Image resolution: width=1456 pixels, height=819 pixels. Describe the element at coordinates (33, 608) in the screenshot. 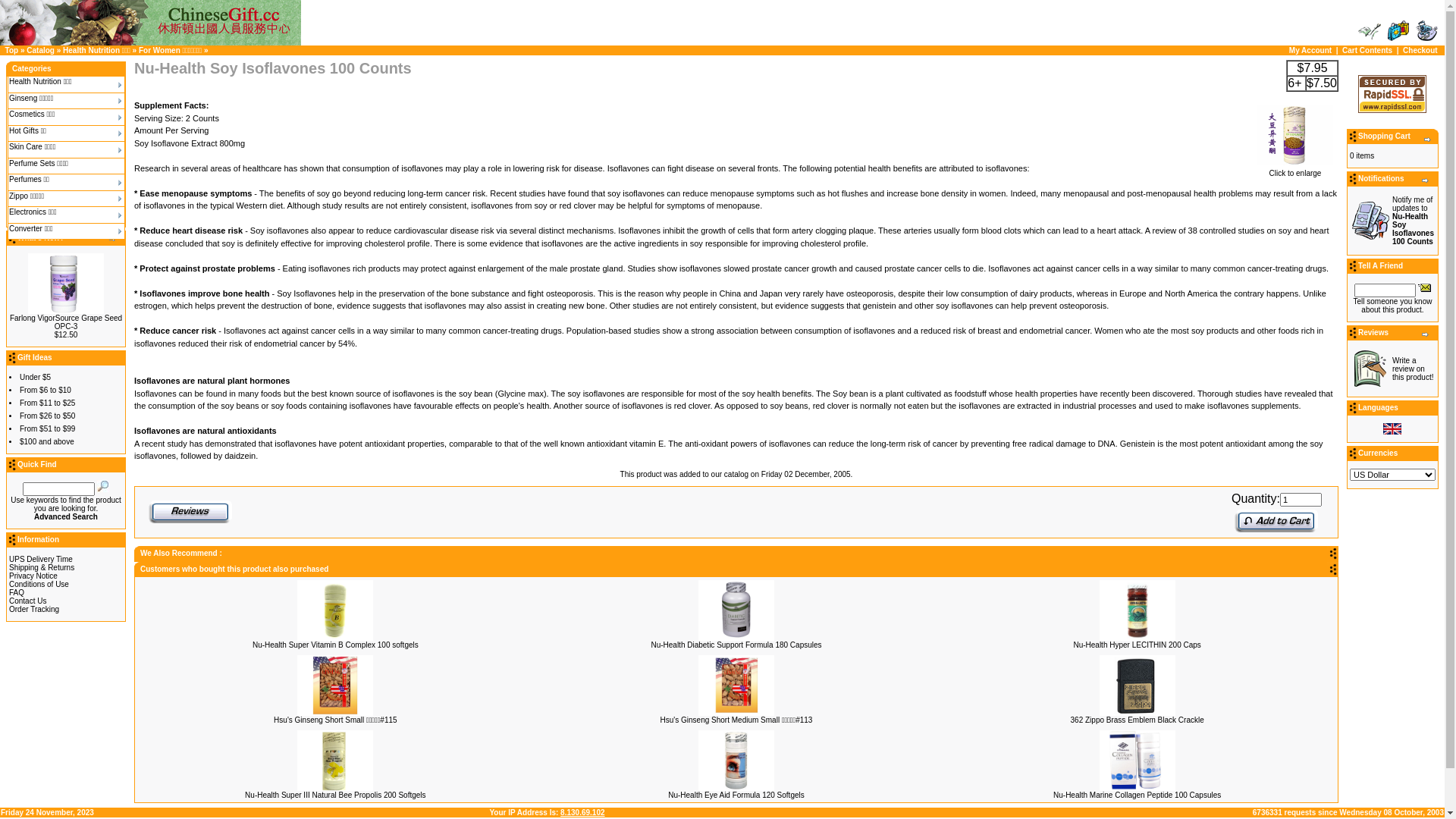

I see `'Order Tracking'` at that location.